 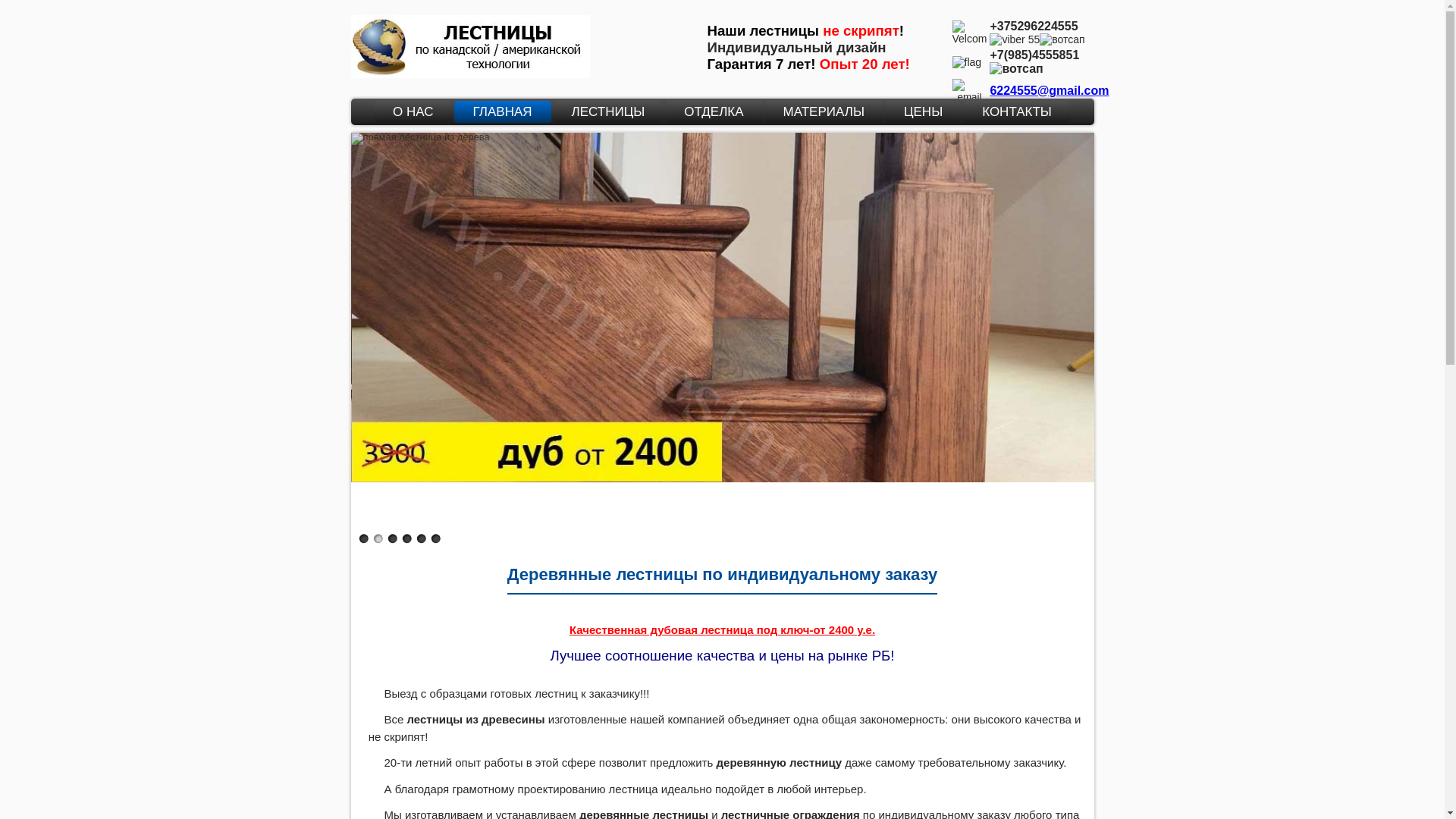 What do you see at coordinates (1048, 89) in the screenshot?
I see `'6224555@gmail.com'` at bounding box center [1048, 89].